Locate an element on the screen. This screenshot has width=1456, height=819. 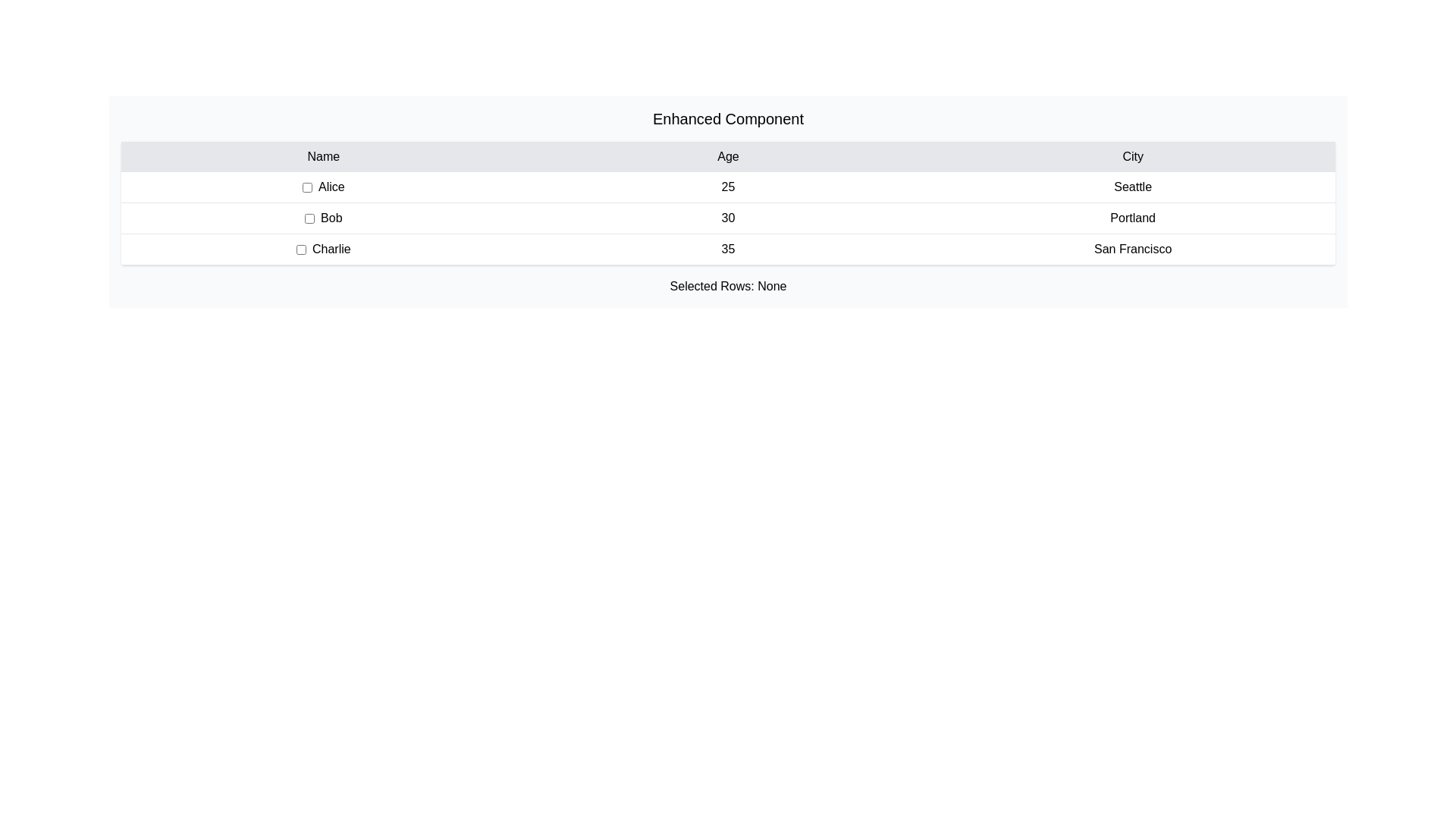
the second row is located at coordinates (728, 218).